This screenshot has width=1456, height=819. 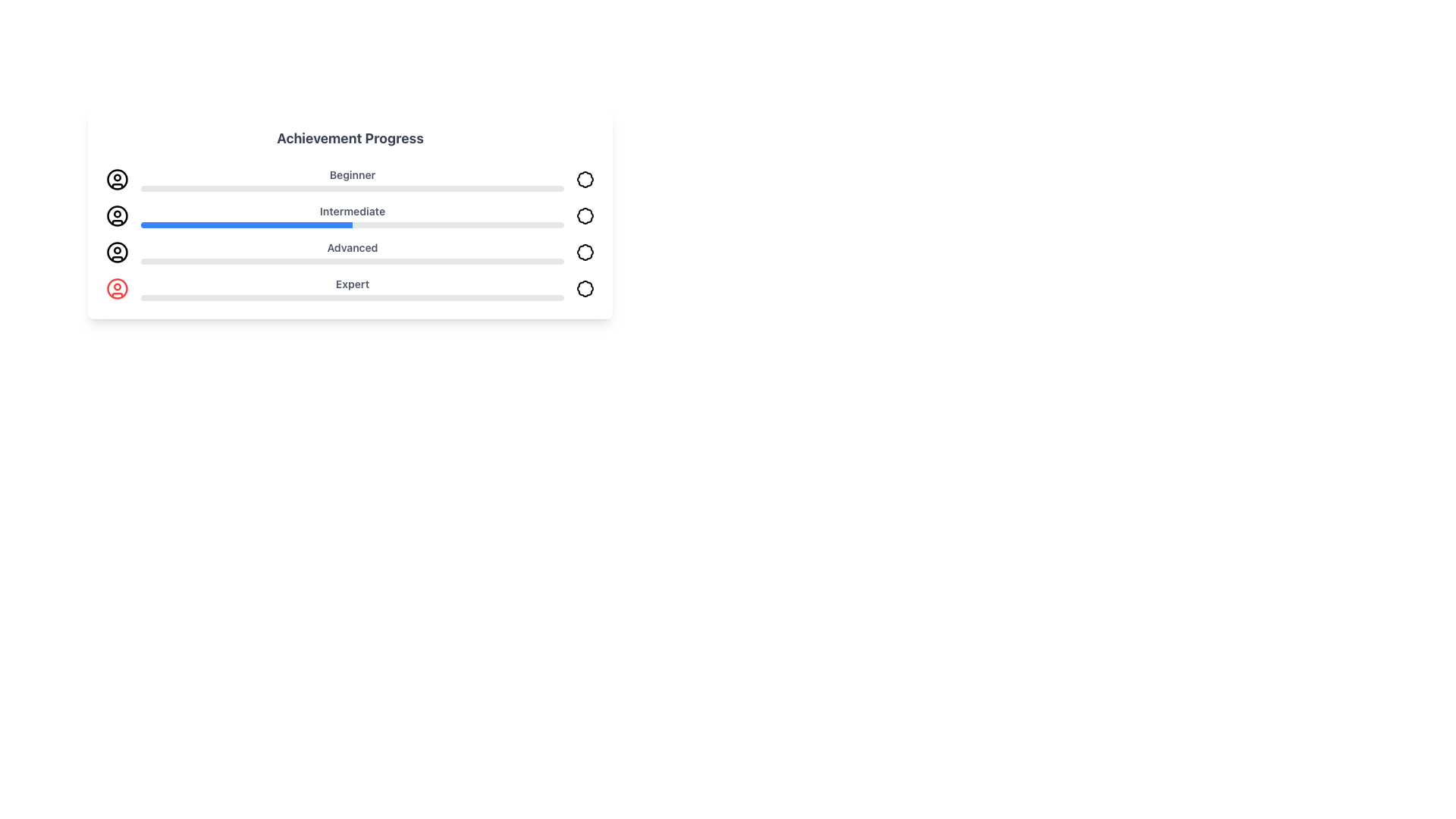 I want to click on the 'Beginner' level text label, which is centrally positioned in the first item of a vertical selection list, so click(x=352, y=178).